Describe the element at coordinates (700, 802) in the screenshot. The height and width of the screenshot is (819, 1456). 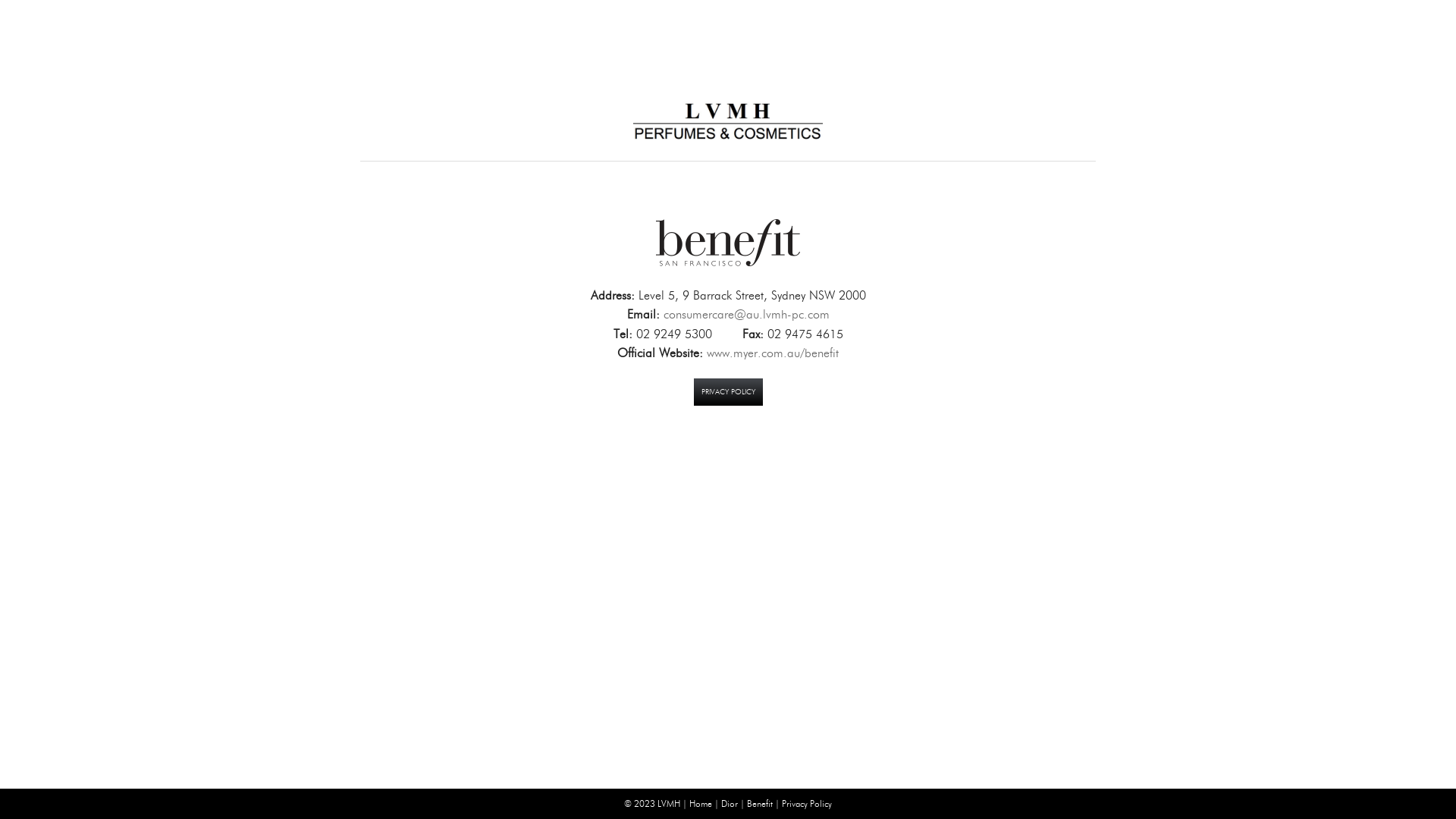
I see `'Home'` at that location.